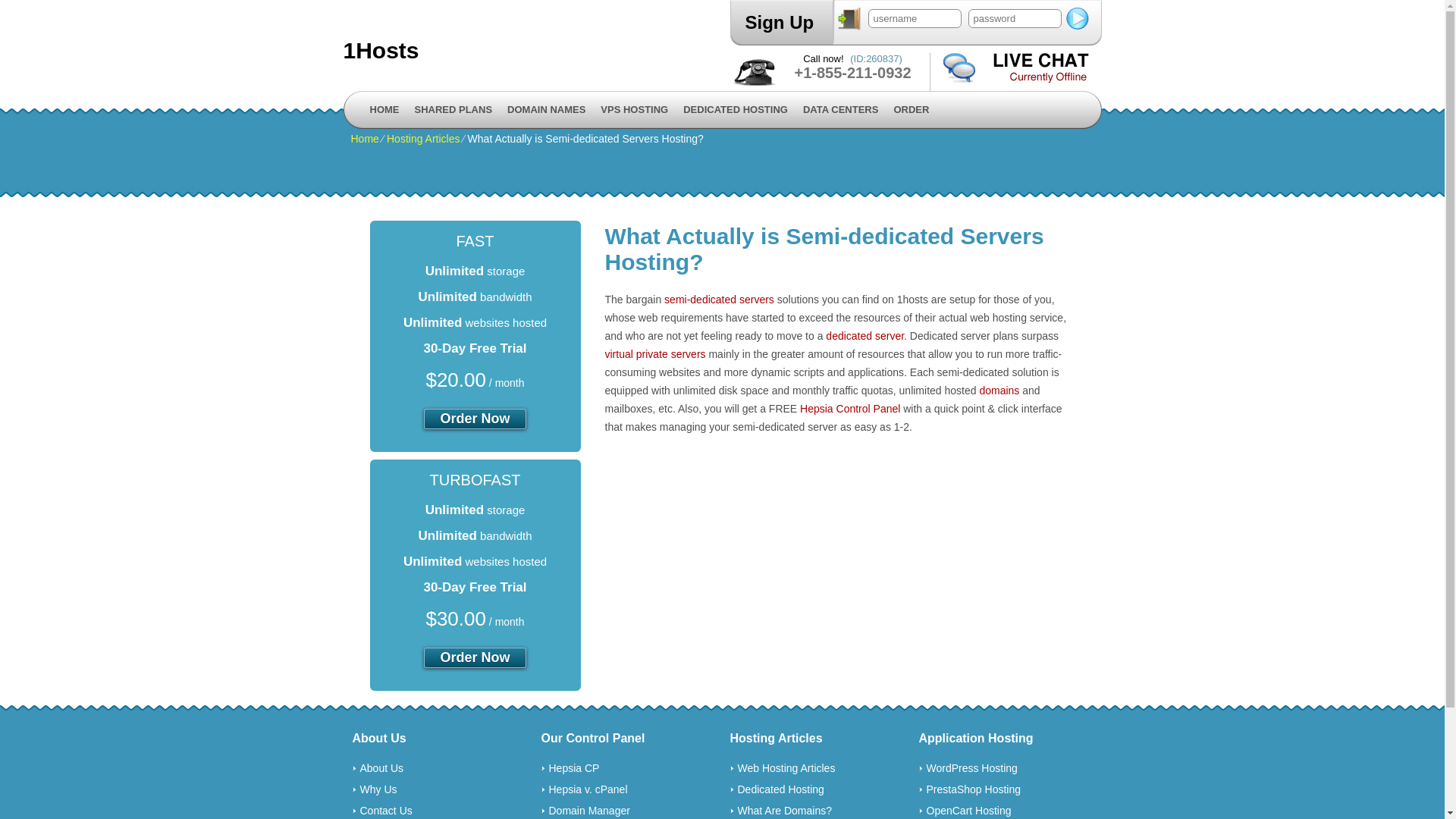 The width and height of the screenshot is (1456, 819). What do you see at coordinates (664, 299) in the screenshot?
I see `'semi-dedicated servers'` at bounding box center [664, 299].